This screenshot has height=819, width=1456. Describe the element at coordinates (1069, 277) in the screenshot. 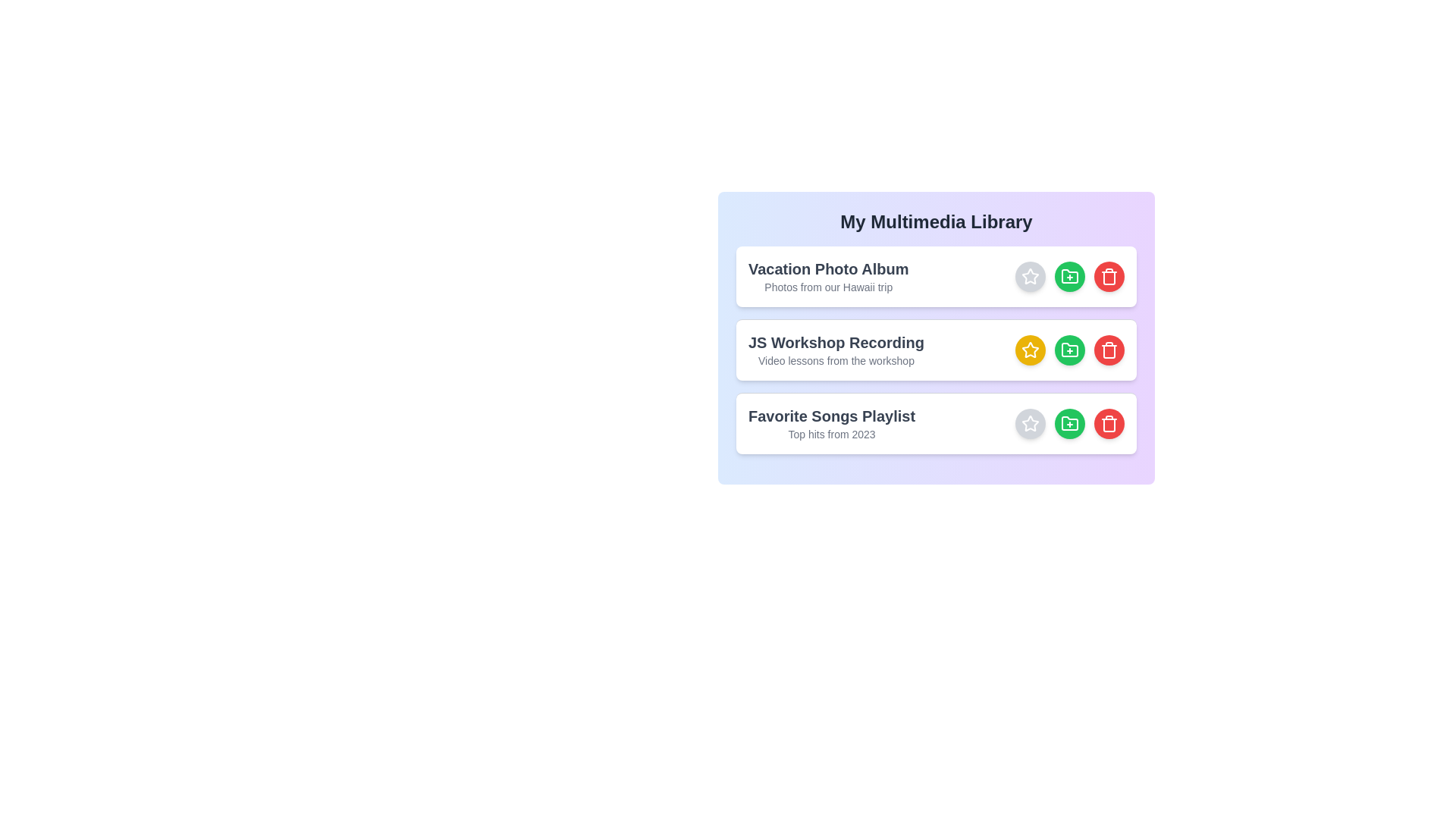

I see `the icon button located at the right end of the 'Vacation Photo Album' list item to create a new folder or add the current item to a folder` at that location.